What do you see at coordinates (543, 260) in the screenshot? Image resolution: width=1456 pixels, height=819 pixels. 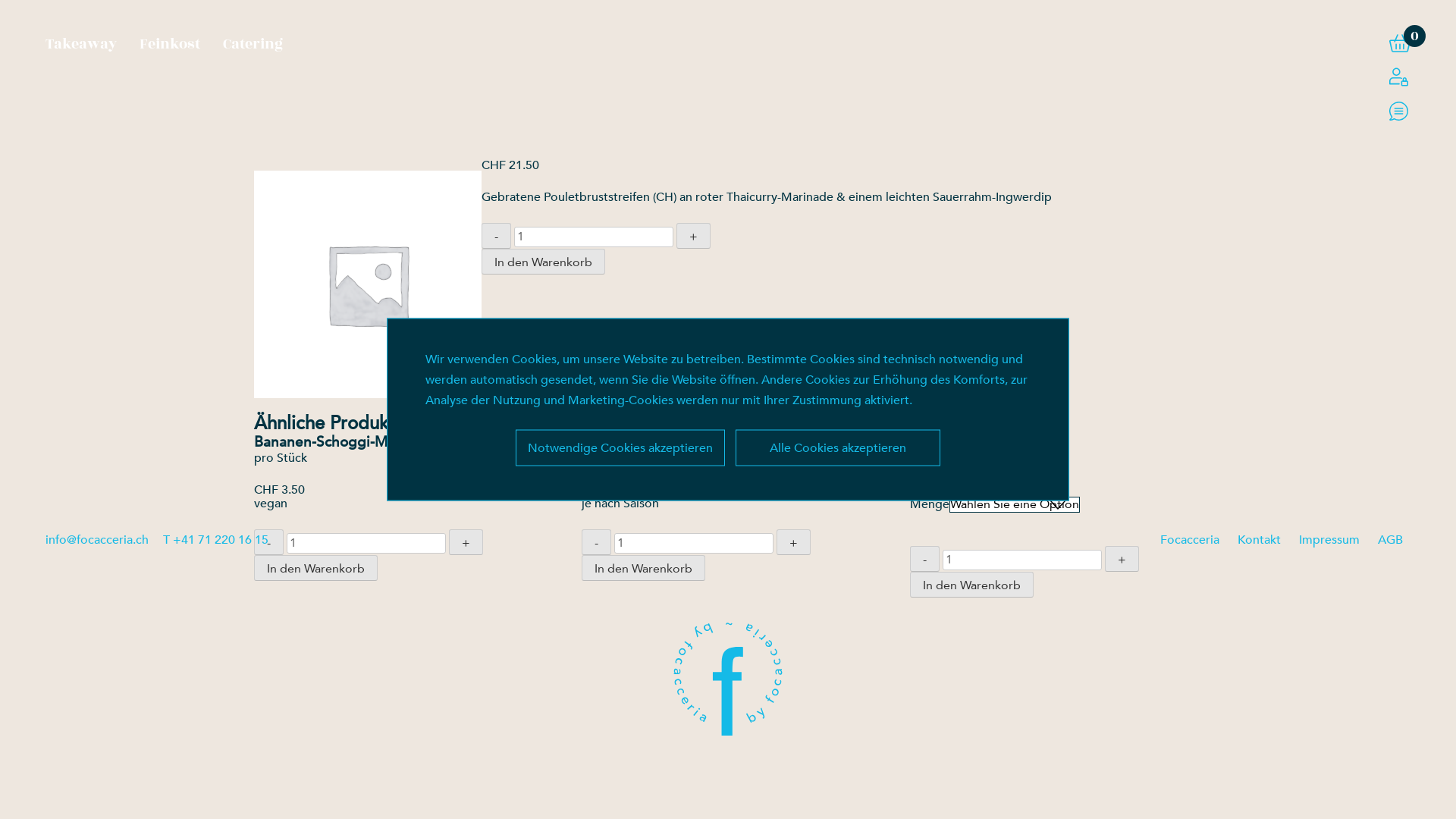 I see `'In den Warenkorb'` at bounding box center [543, 260].